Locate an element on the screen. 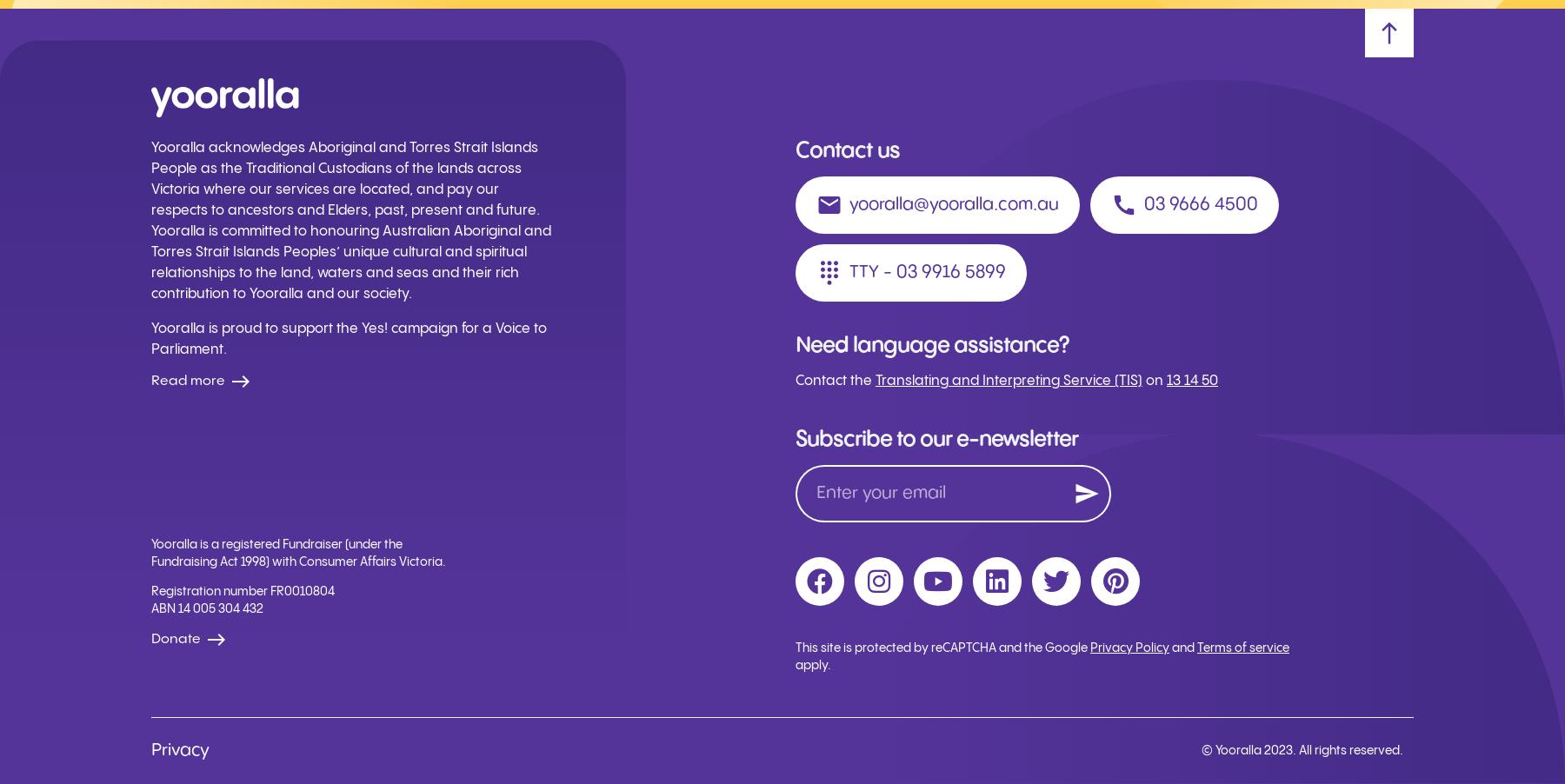 Image resolution: width=1565 pixels, height=784 pixels. 'Read more' is located at coordinates (188, 381).